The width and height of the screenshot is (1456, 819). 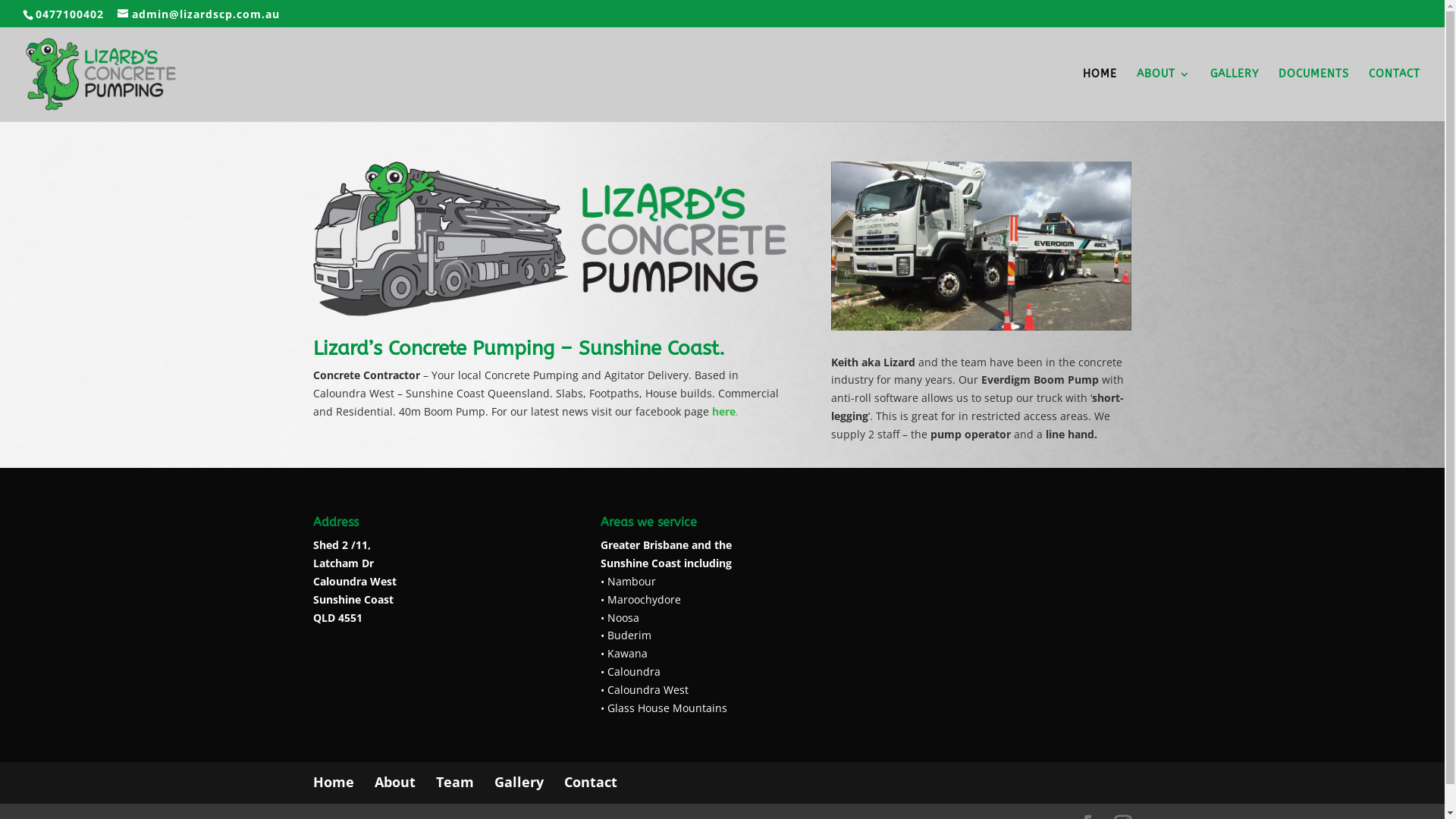 What do you see at coordinates (589, 781) in the screenshot?
I see `'Contact'` at bounding box center [589, 781].